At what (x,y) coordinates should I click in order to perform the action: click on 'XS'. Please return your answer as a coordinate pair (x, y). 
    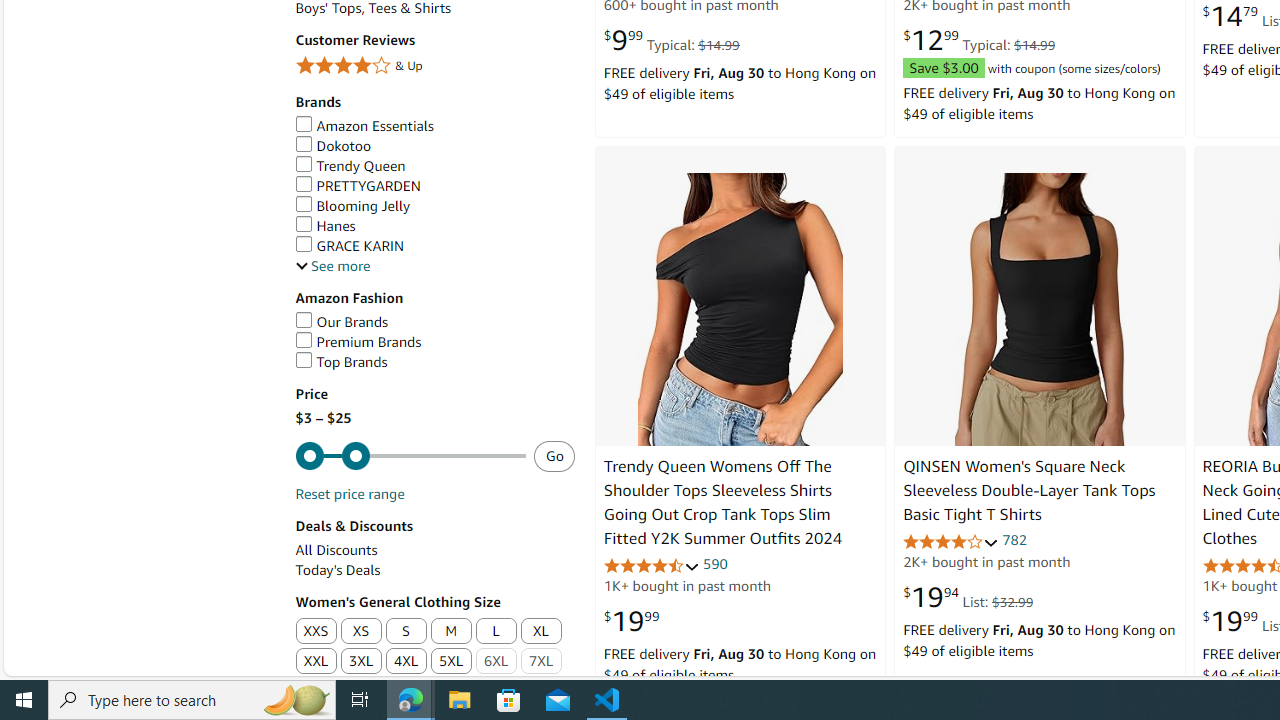
    Looking at the image, I should click on (360, 631).